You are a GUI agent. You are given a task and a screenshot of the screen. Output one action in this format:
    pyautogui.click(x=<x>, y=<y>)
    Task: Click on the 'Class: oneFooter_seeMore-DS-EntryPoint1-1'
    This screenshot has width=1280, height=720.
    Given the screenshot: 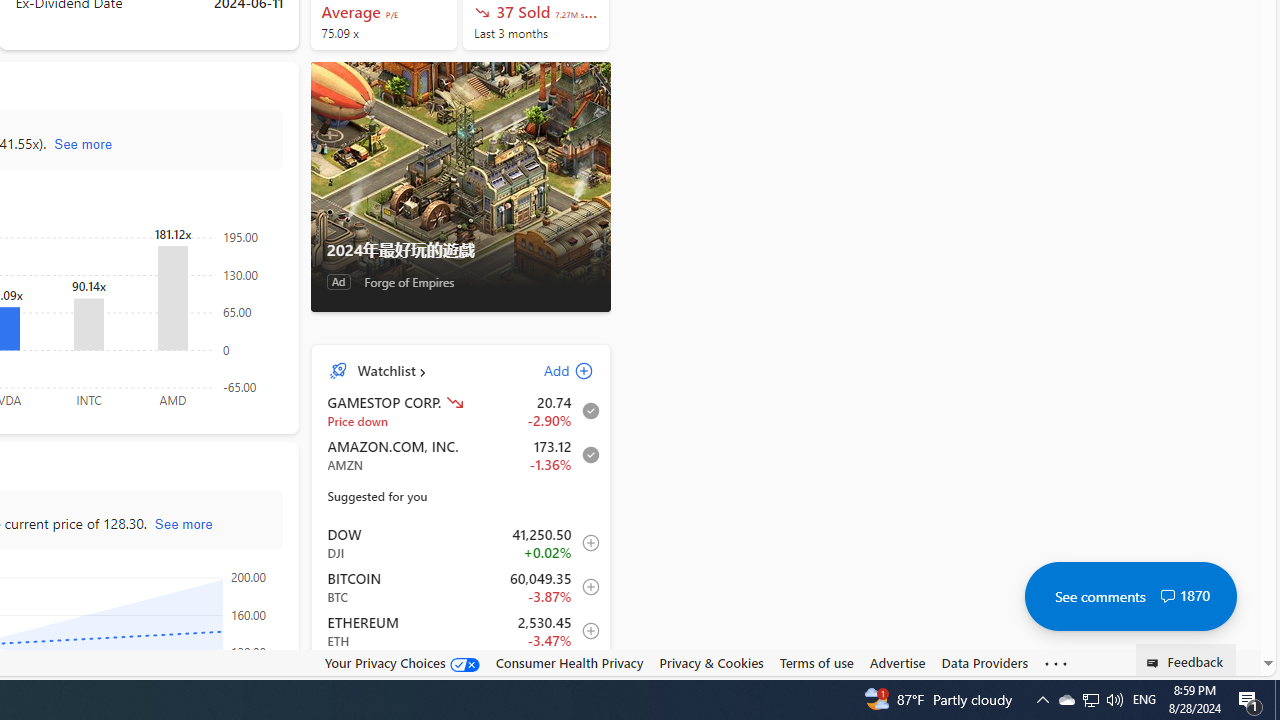 What is the action you would take?
    pyautogui.click(x=1055, y=663)
    